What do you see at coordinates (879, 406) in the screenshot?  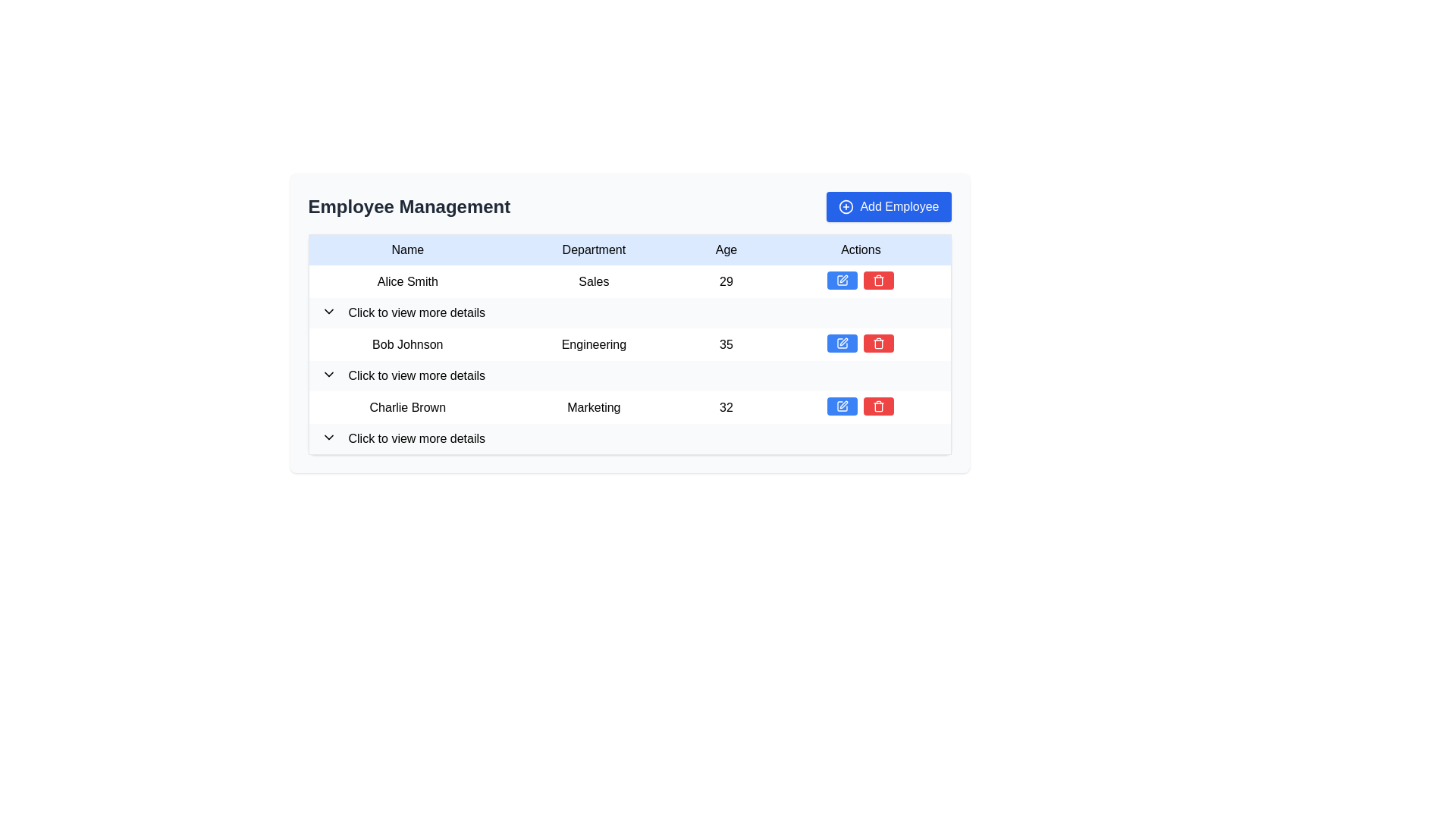 I see `the red trash bin button in the Actions column for employee Charlie Brown` at bounding box center [879, 406].